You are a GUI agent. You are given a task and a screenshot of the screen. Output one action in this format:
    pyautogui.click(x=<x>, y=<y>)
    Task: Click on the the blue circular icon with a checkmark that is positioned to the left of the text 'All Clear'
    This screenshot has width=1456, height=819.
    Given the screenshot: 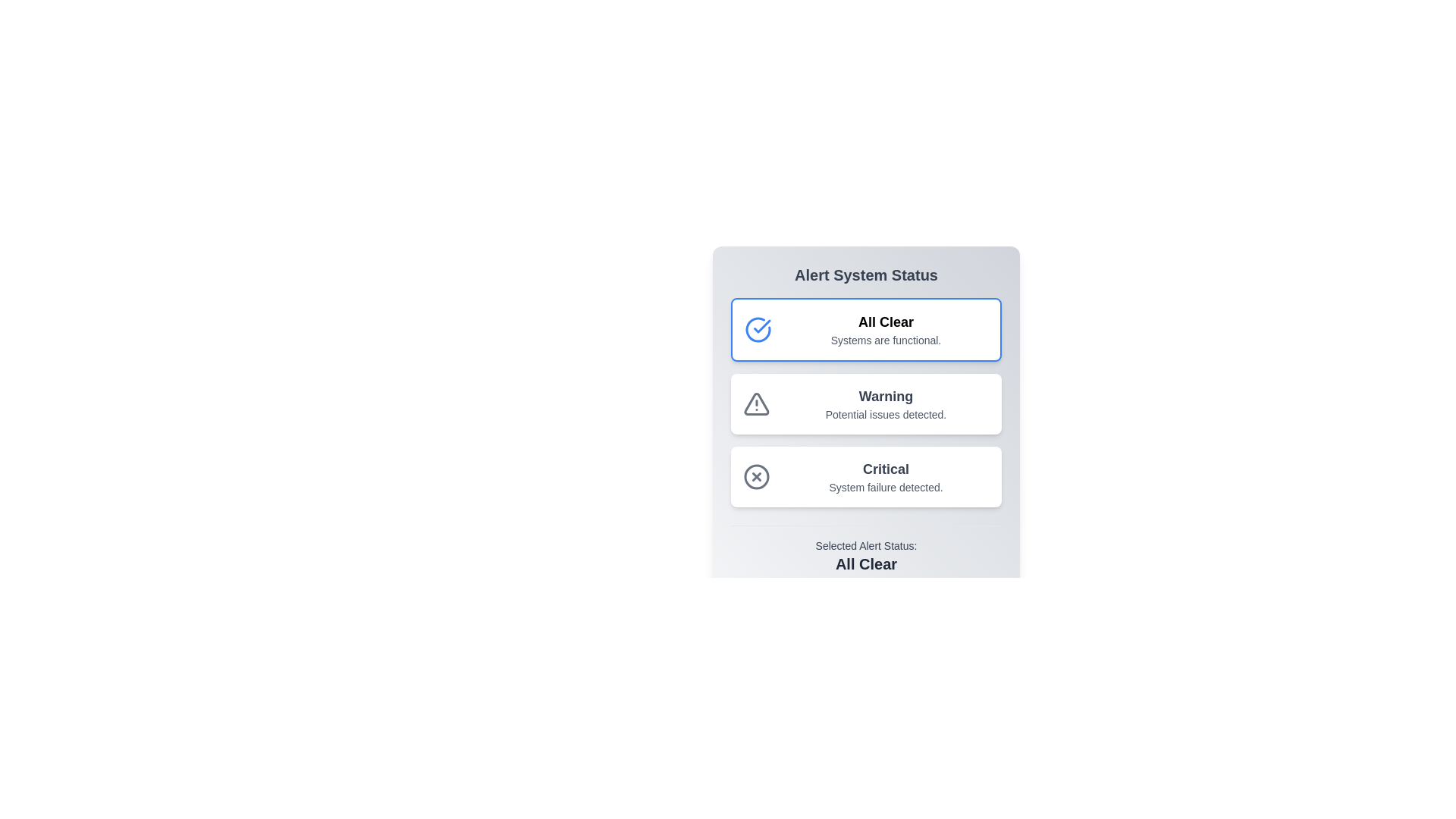 What is the action you would take?
    pyautogui.click(x=758, y=329)
    